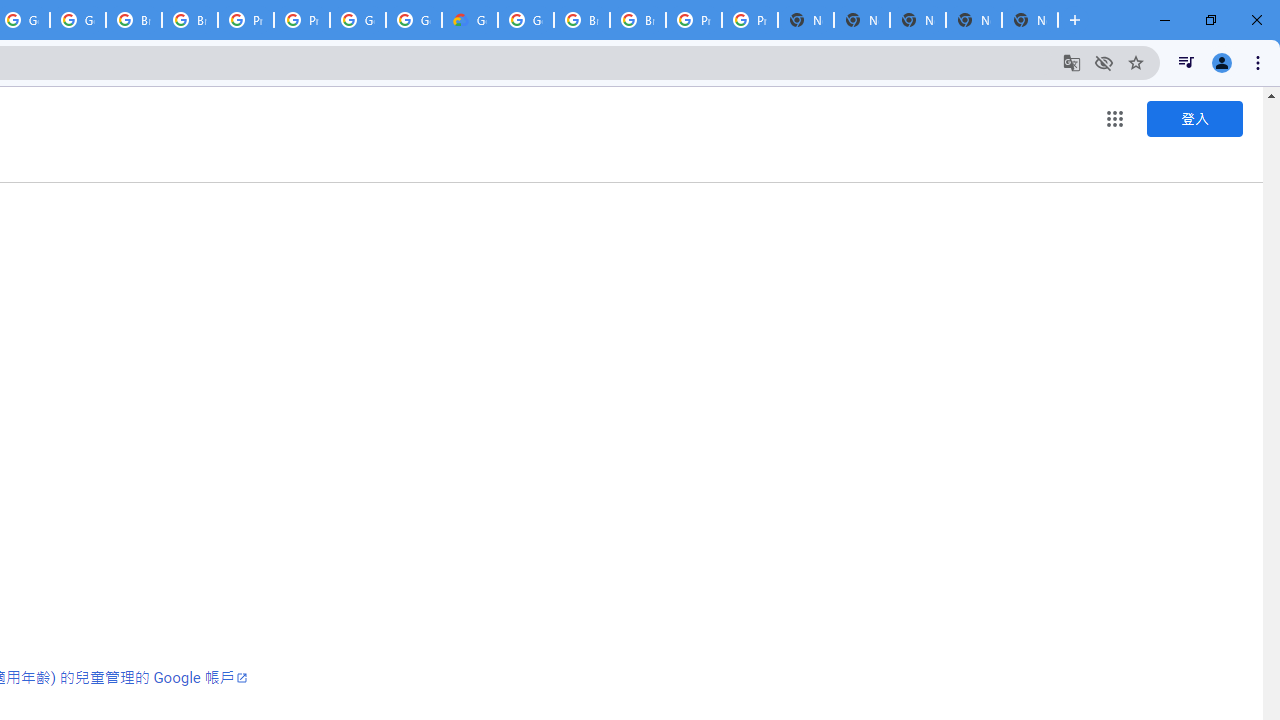 This screenshot has width=1280, height=720. What do you see at coordinates (1030, 20) in the screenshot?
I see `'New Tab'` at bounding box center [1030, 20].